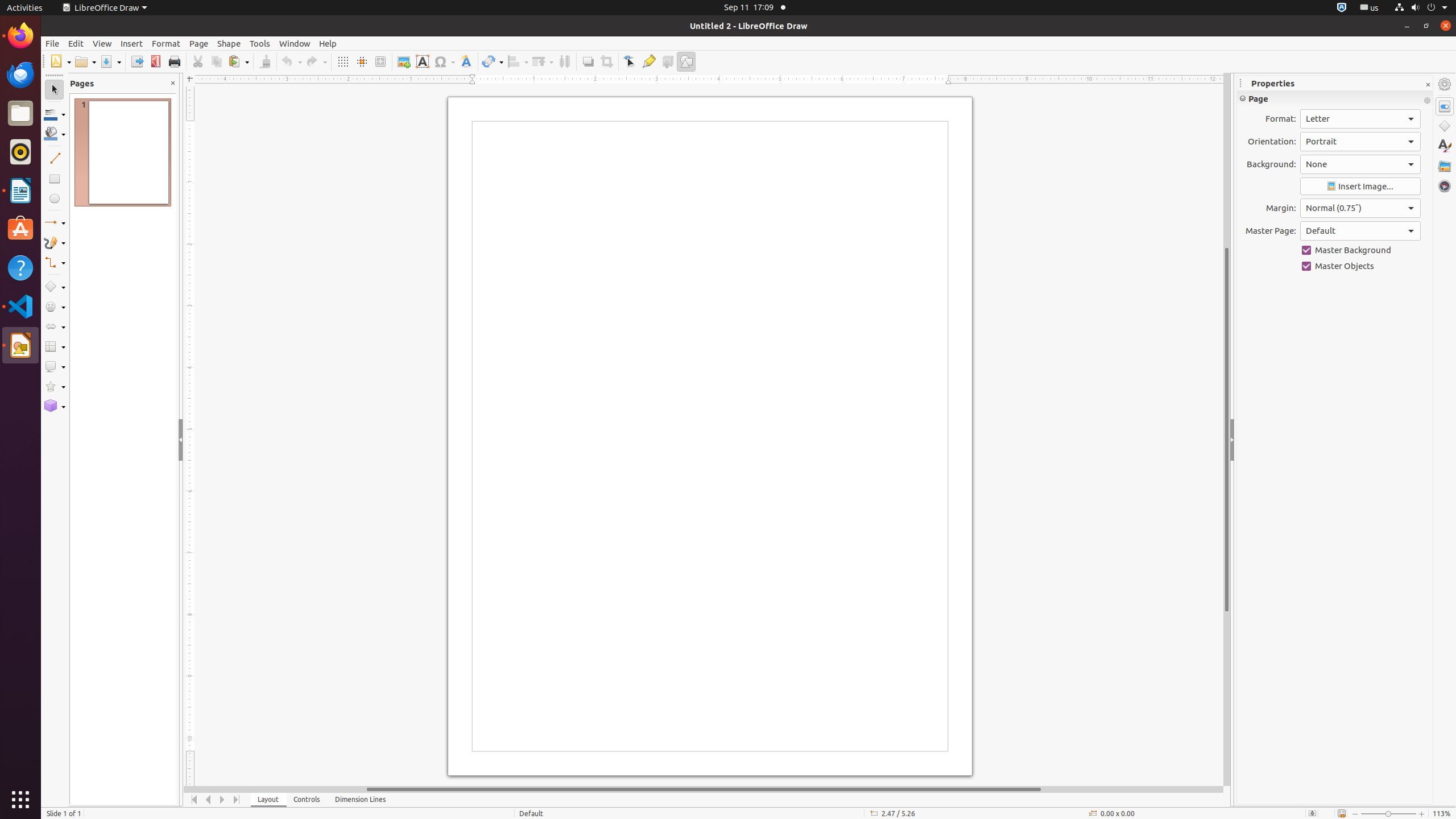  Describe the element at coordinates (136, 61) in the screenshot. I see `'Export'` at that location.